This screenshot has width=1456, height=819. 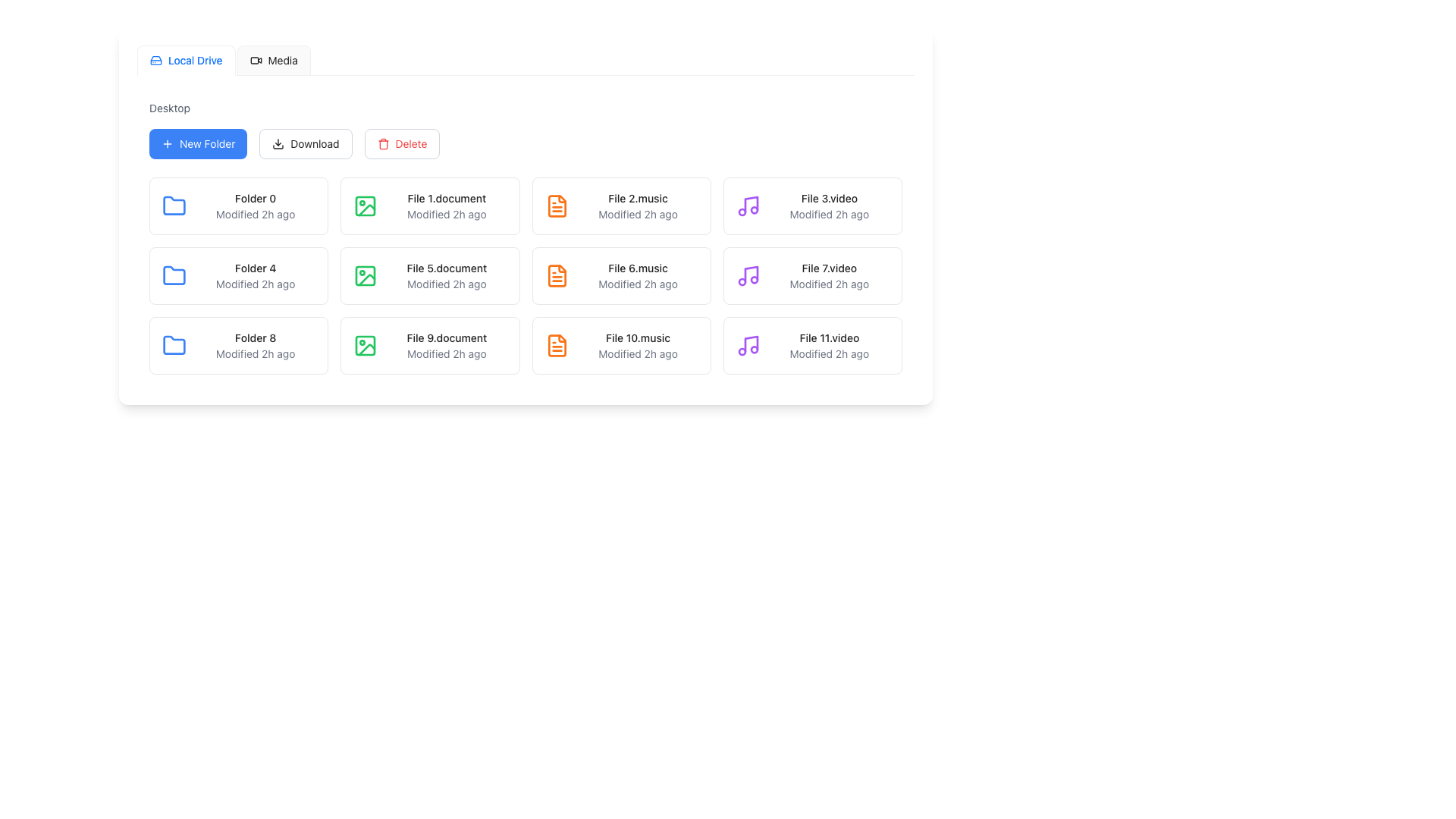 What do you see at coordinates (446, 353) in the screenshot?
I see `small gray text label that says 'Modified 2h ago', located beneath the text 'File 9.document' in the grid layout` at bounding box center [446, 353].